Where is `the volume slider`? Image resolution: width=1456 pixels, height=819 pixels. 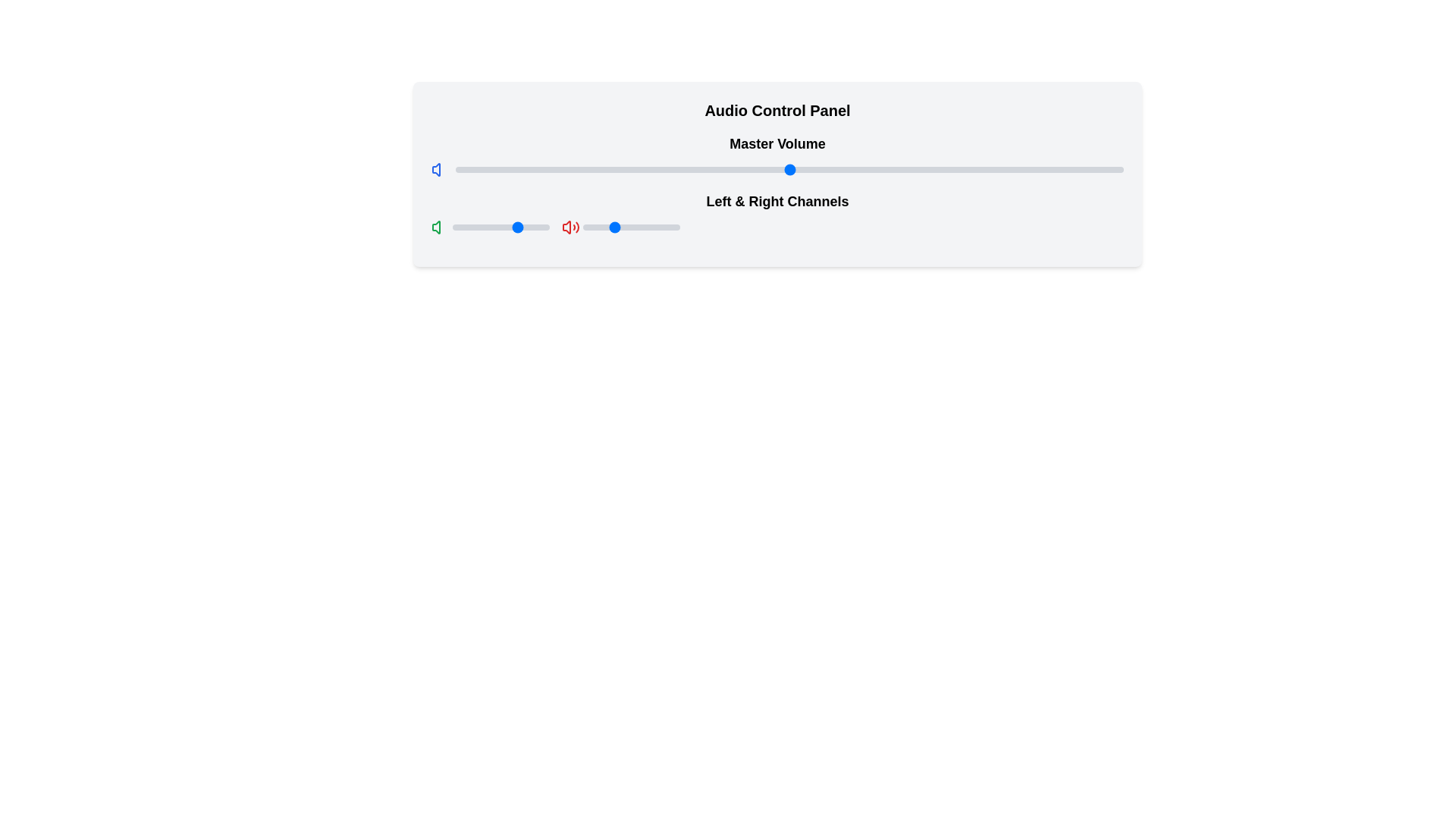 the volume slider is located at coordinates (701, 166).